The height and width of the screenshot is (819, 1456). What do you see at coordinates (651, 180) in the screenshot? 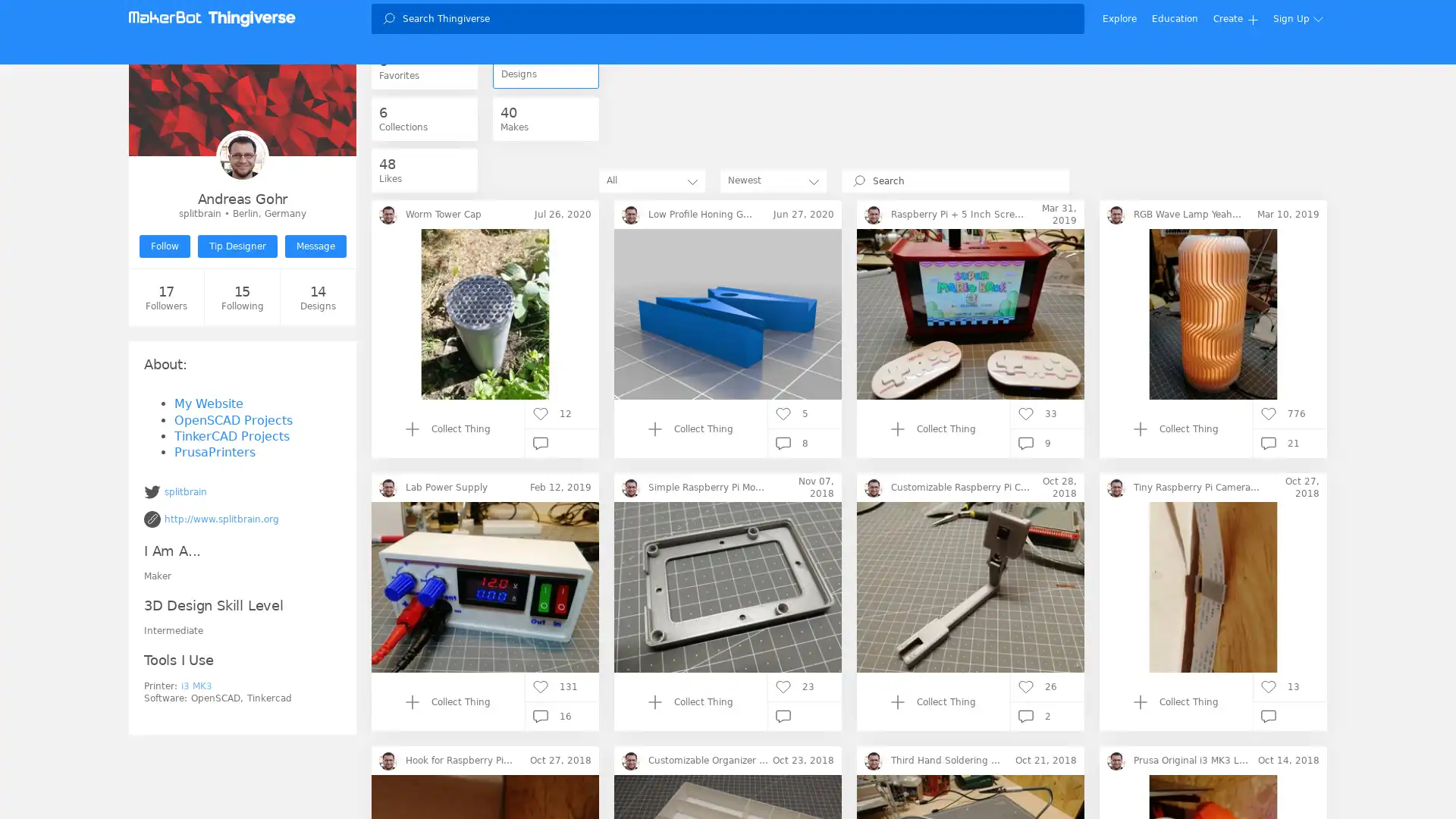
I see `All` at bounding box center [651, 180].